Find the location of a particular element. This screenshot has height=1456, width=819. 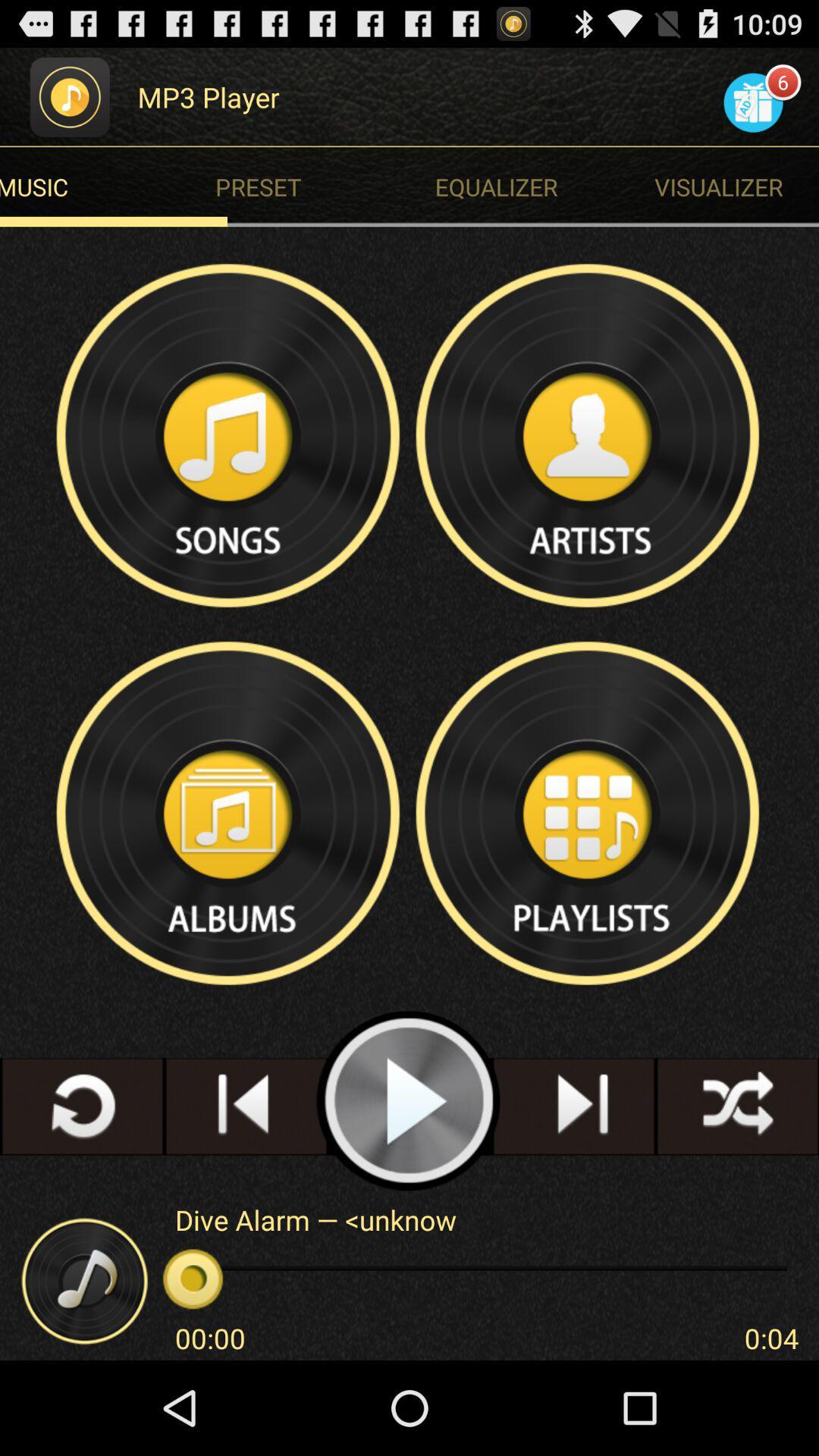

feature link is located at coordinates (588, 435).